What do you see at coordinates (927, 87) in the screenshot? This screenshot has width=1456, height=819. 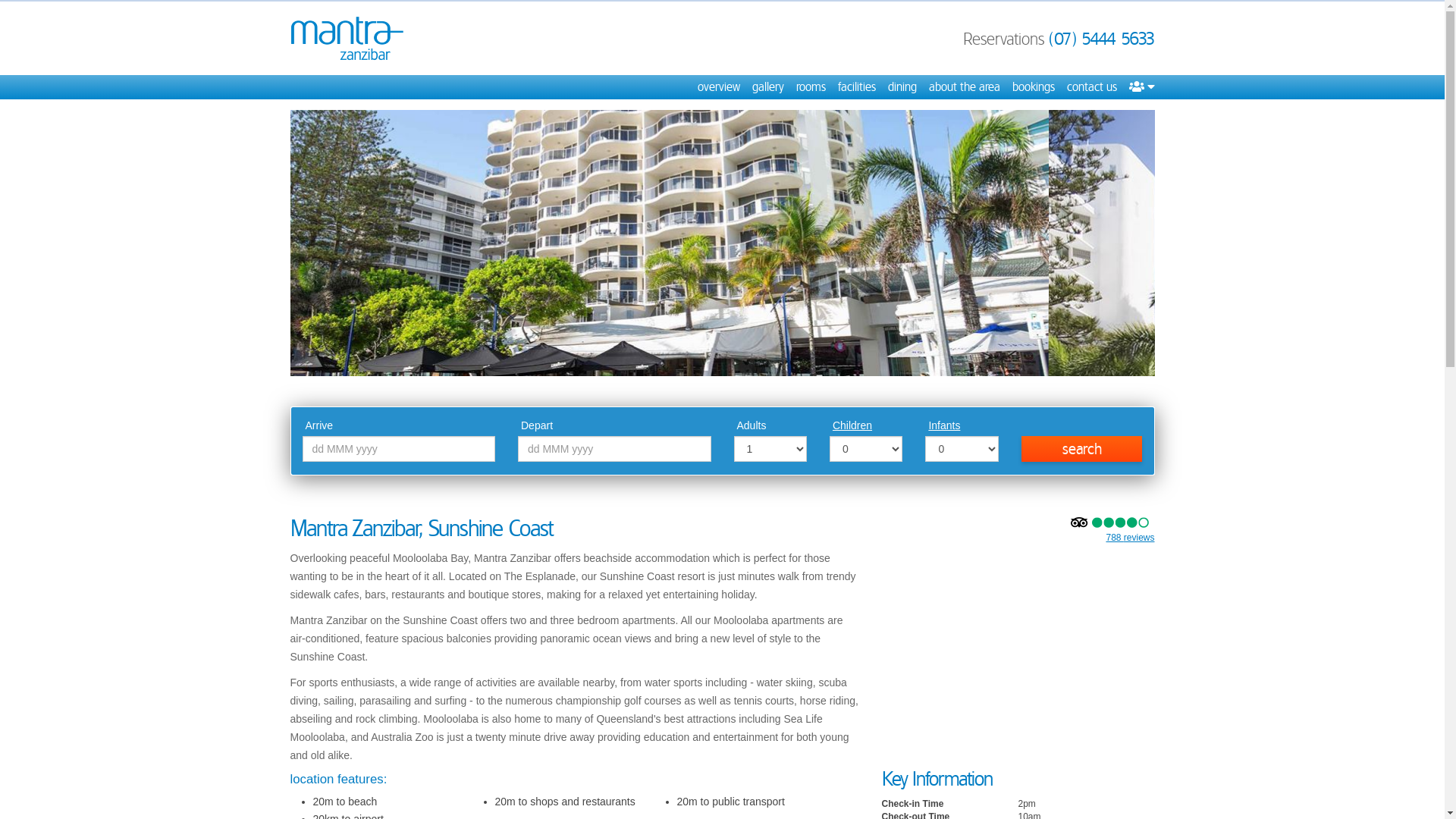 I see `'about the area'` at bounding box center [927, 87].